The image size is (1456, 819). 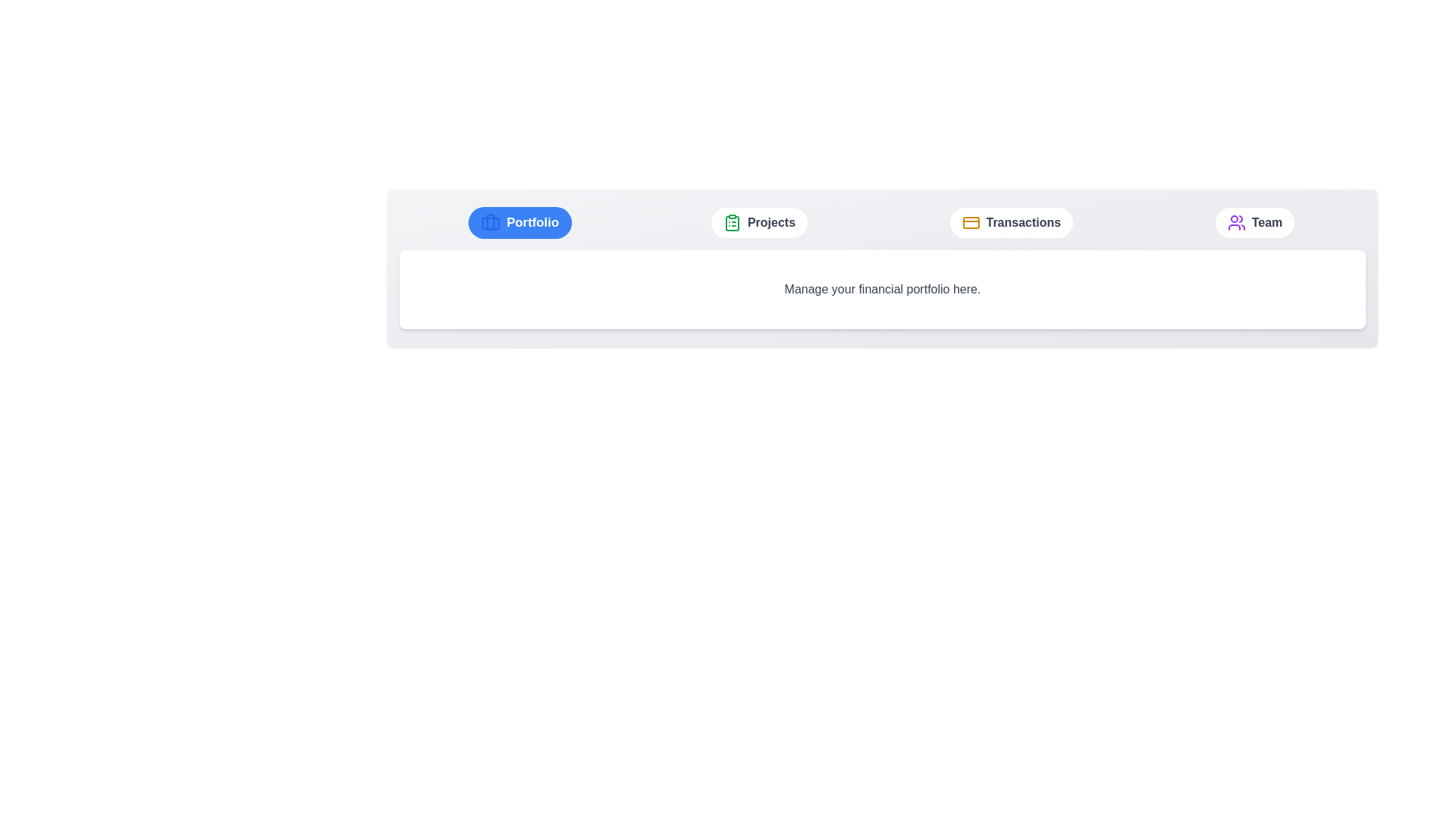 I want to click on the tab labeled Projects to observe the hover effect, so click(x=759, y=222).